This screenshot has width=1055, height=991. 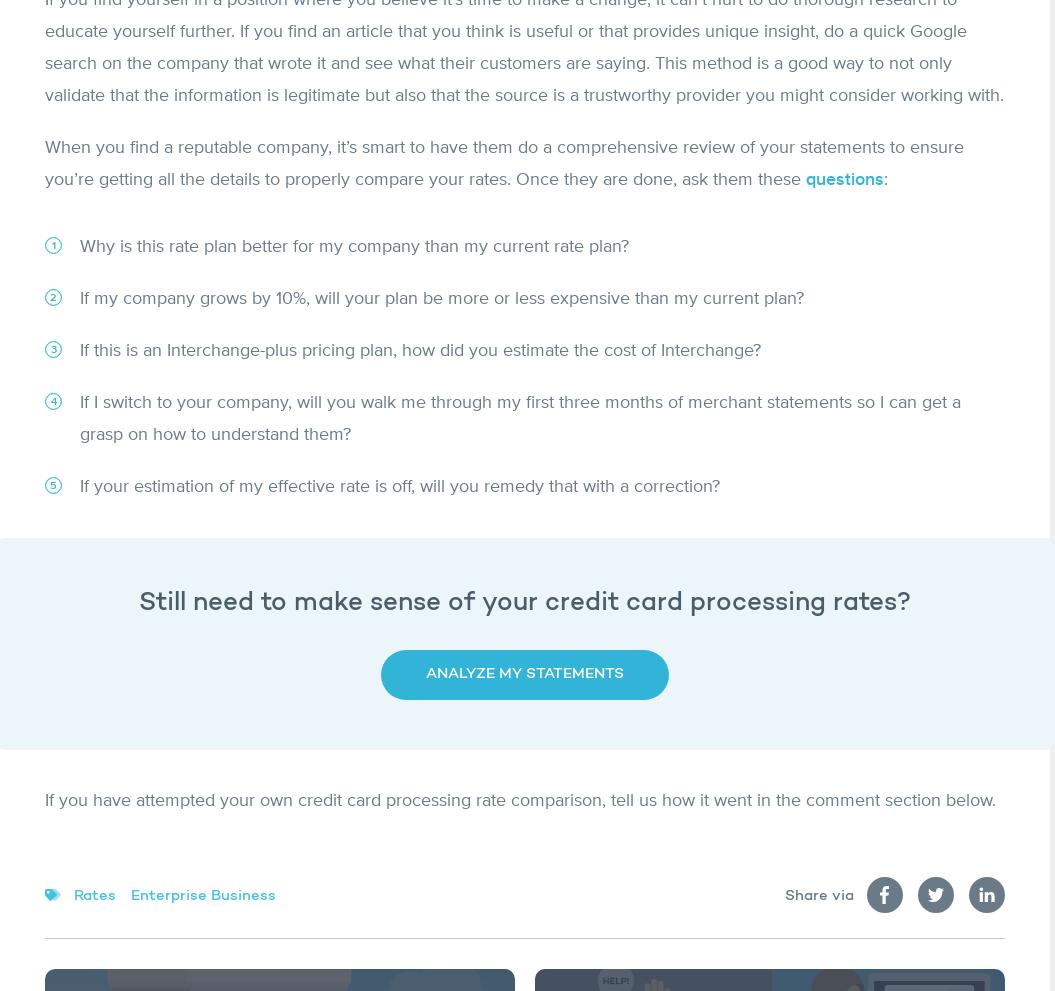 I want to click on 'questions', so click(x=844, y=178).